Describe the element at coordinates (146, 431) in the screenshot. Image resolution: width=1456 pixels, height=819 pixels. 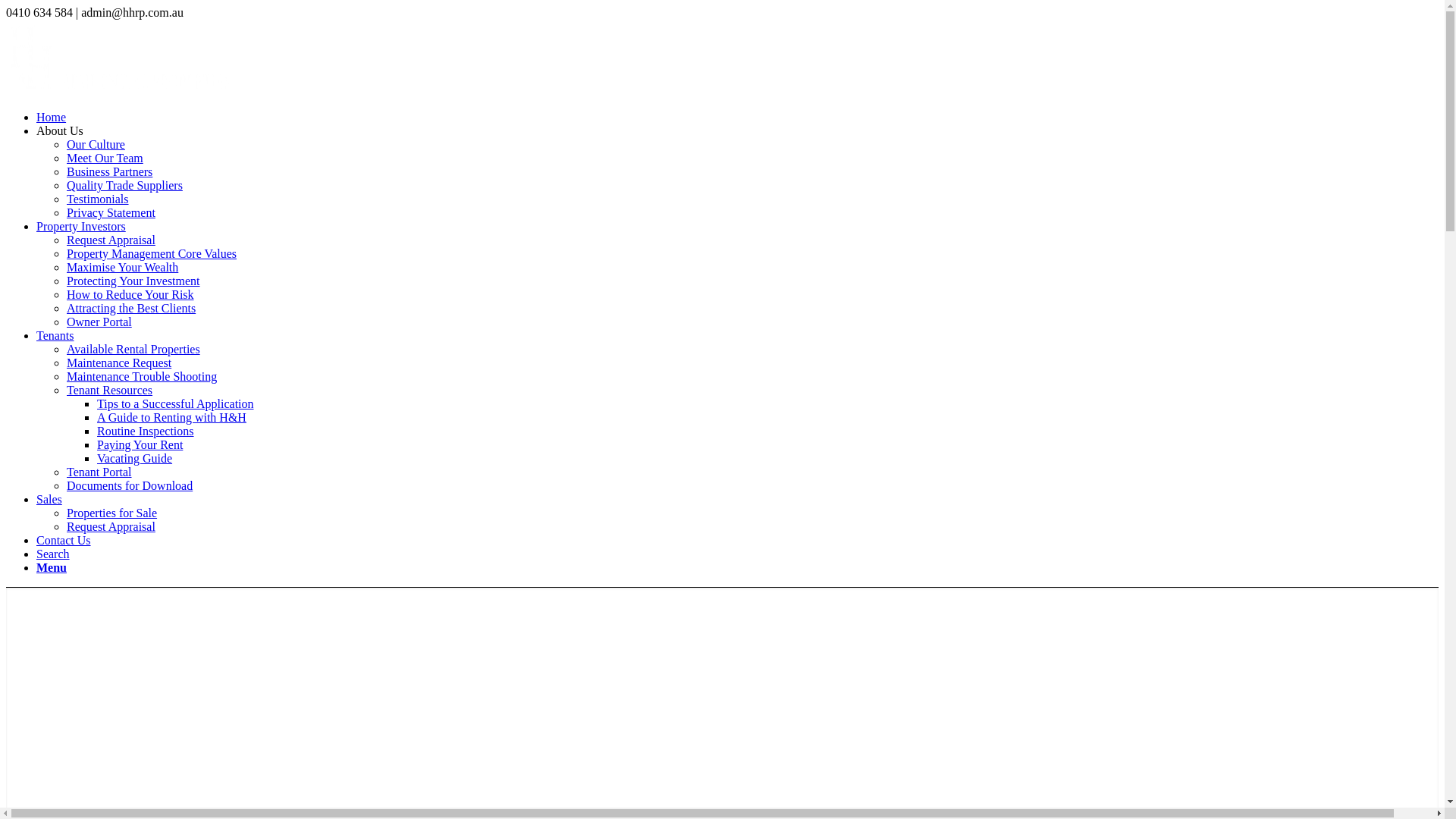
I see `'Routine Inspections'` at that location.